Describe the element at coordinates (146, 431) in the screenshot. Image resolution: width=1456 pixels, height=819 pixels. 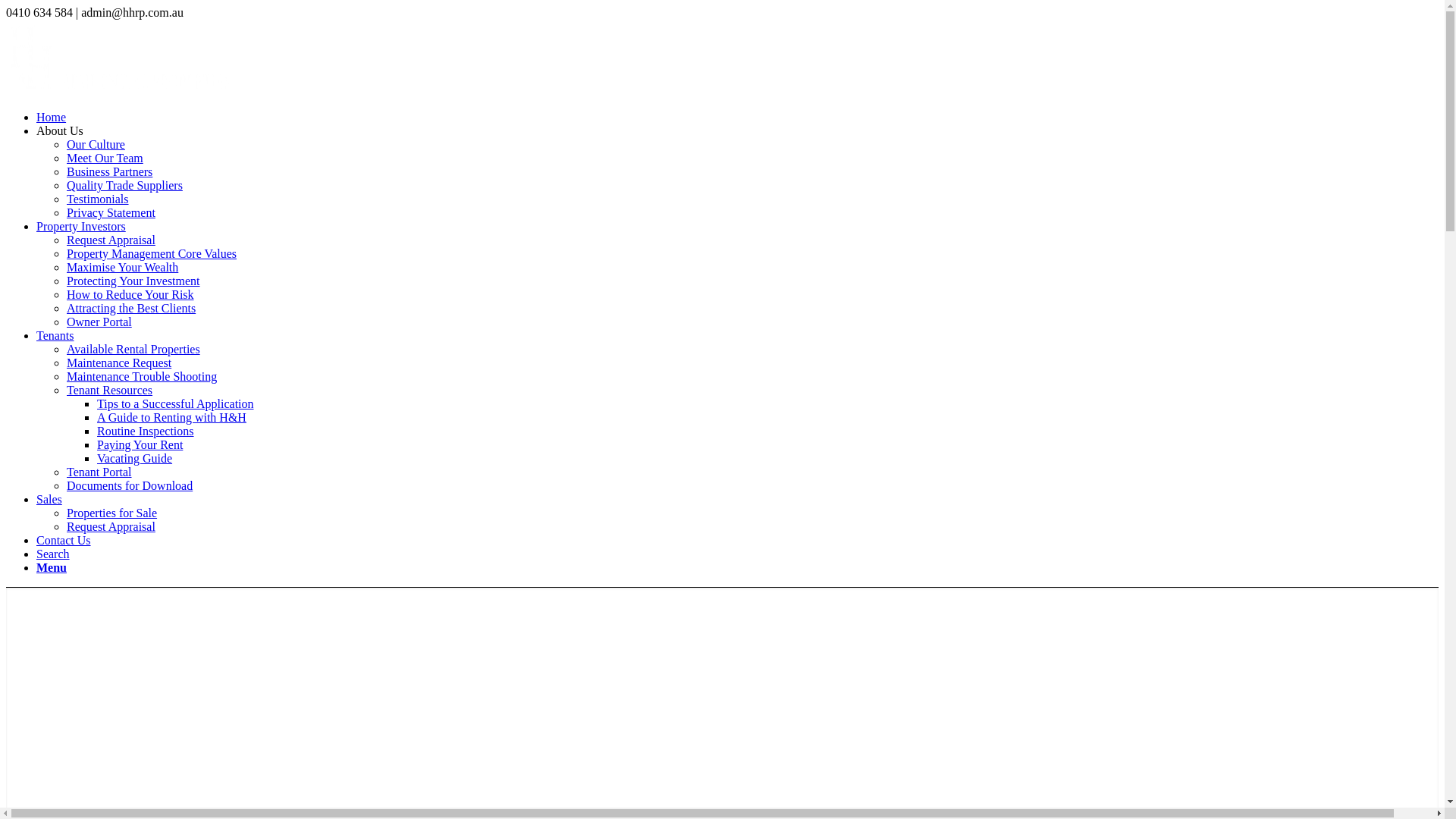
I see `'Routine Inspections'` at that location.